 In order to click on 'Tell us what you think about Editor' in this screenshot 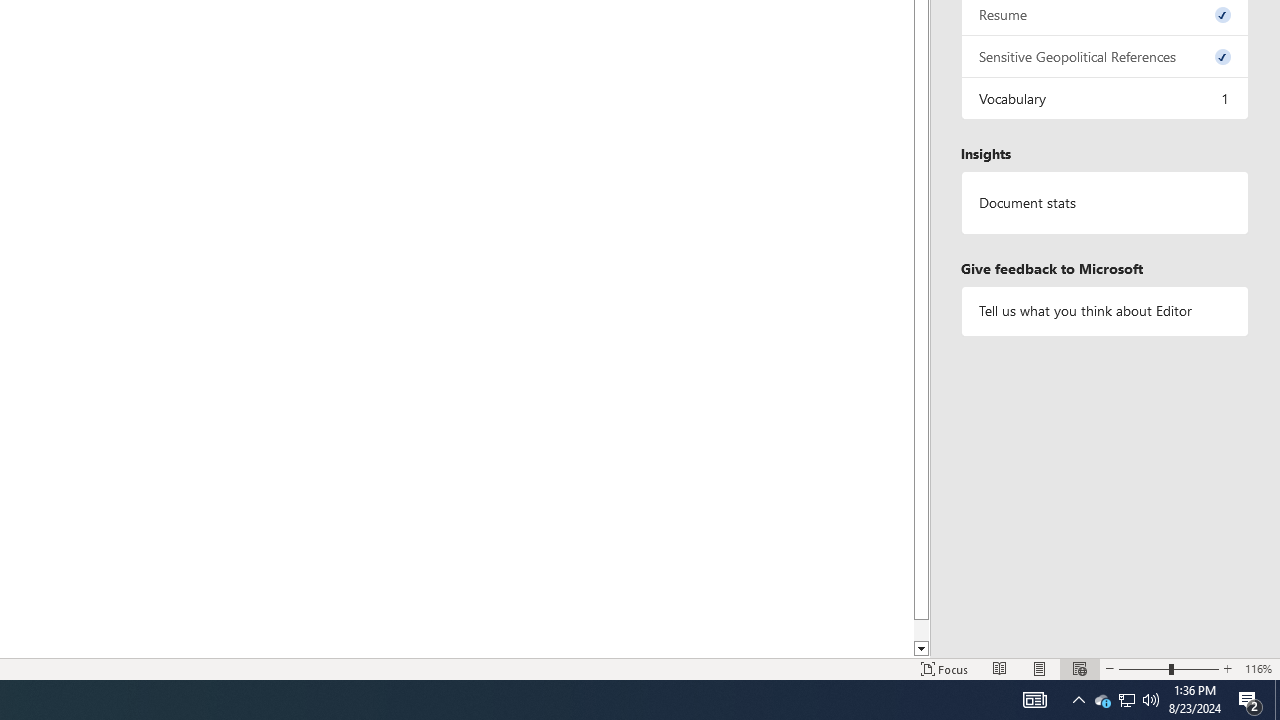, I will do `click(1104, 311)`.